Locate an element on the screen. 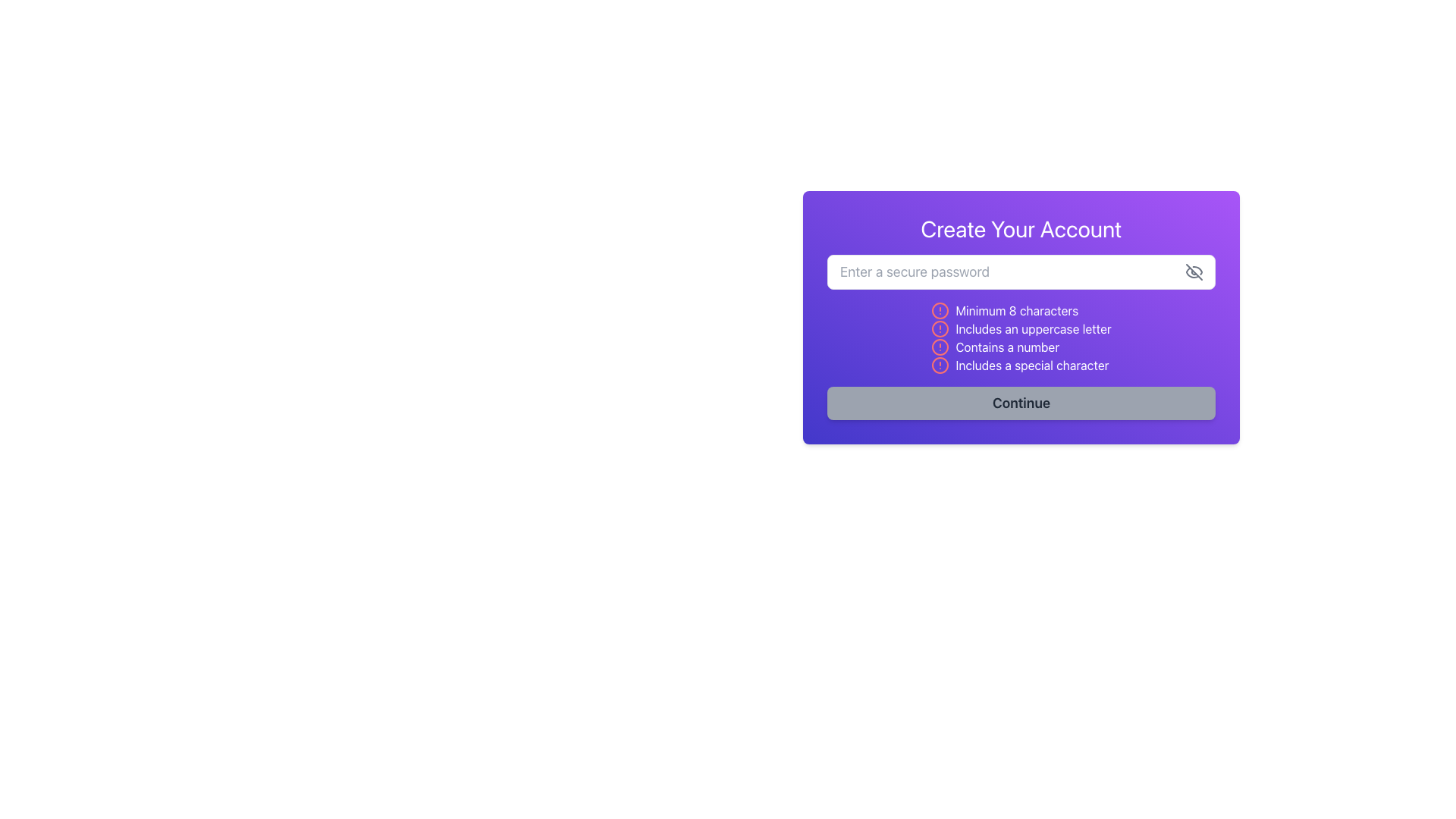  text that informs the user about the password requirements, specifically the requirement of a minimum of 8 characters, located below the input field labeled 'Enter a secure password' is located at coordinates (1021, 309).